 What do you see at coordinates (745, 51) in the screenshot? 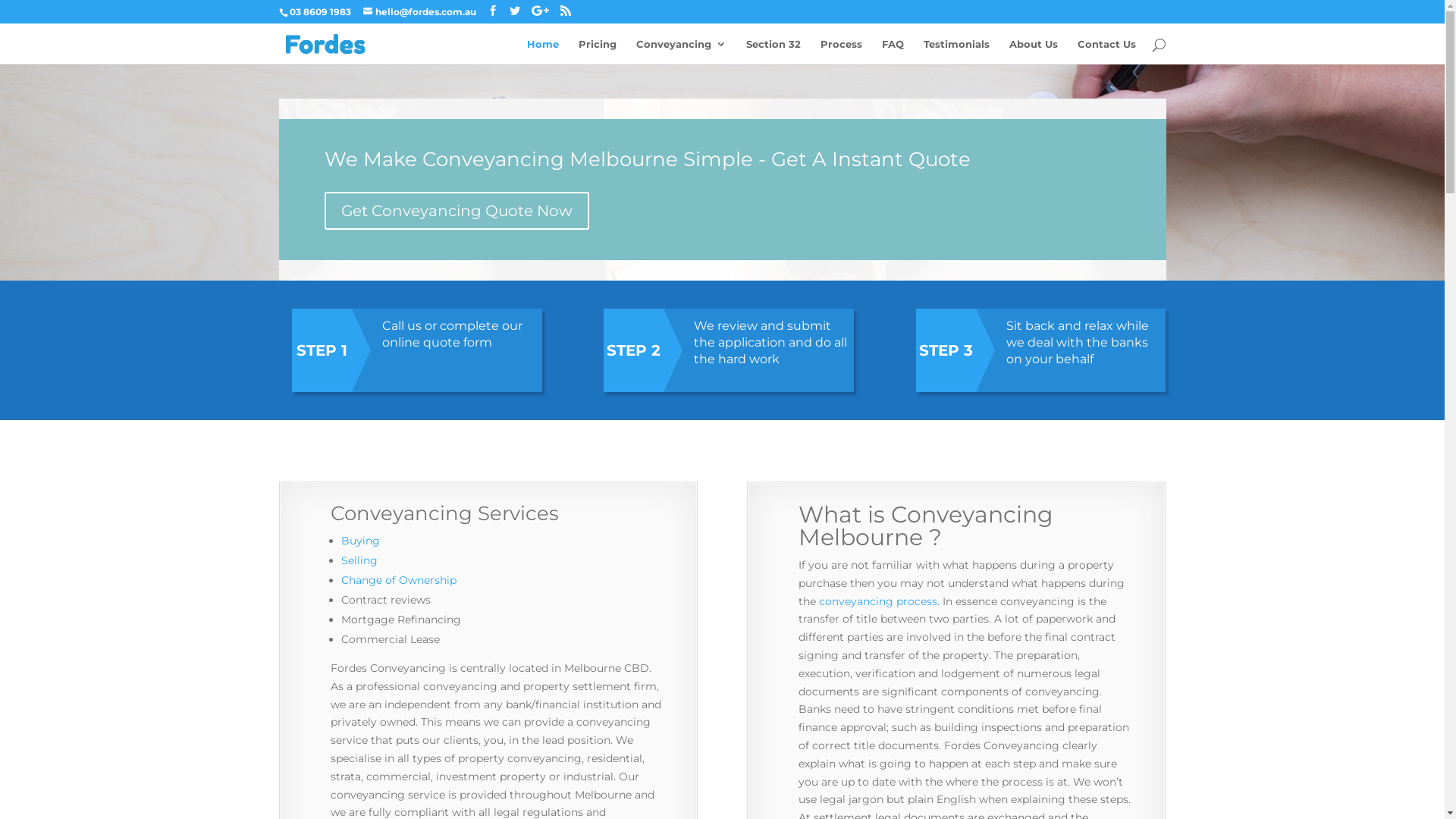
I see `'Section 32'` at bounding box center [745, 51].